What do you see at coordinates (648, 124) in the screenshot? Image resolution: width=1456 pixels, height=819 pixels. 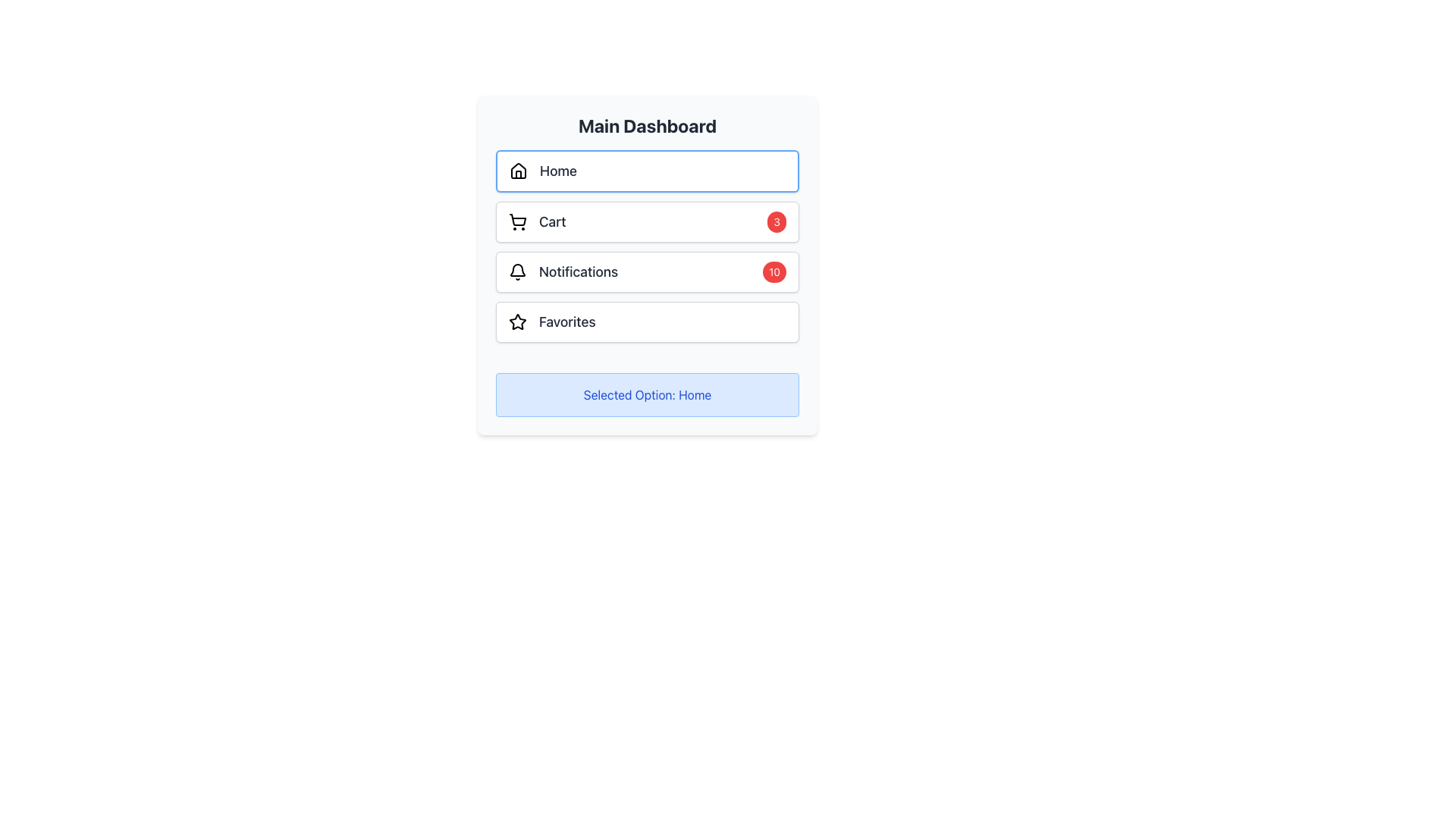 I see `the 'Main Dashboard' text label, which is displayed in a bold, large dark gray font at the top of its section, centered horizontally above the interactive buttons` at bounding box center [648, 124].